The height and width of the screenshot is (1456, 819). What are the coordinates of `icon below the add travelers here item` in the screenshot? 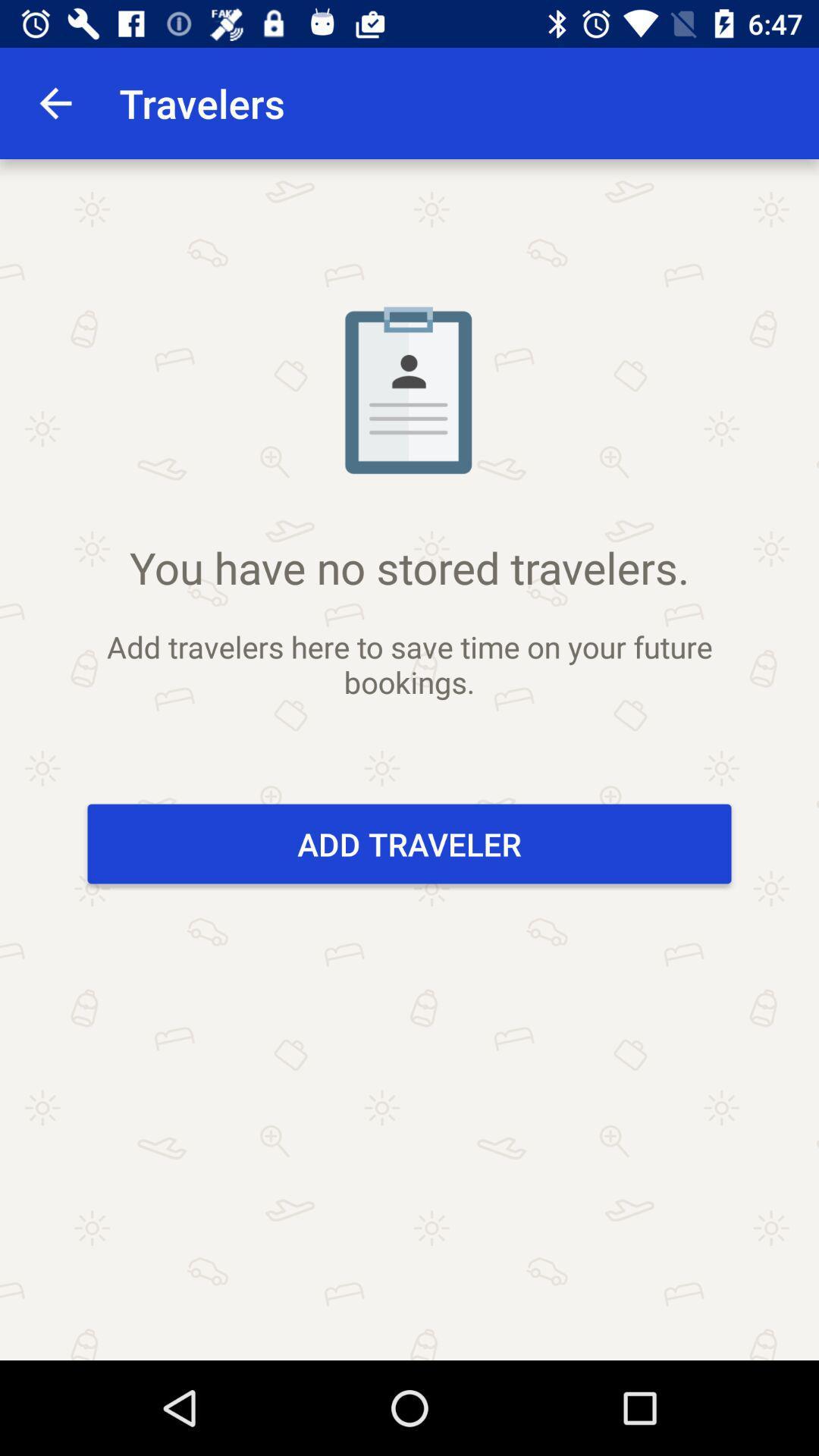 It's located at (409, 843).